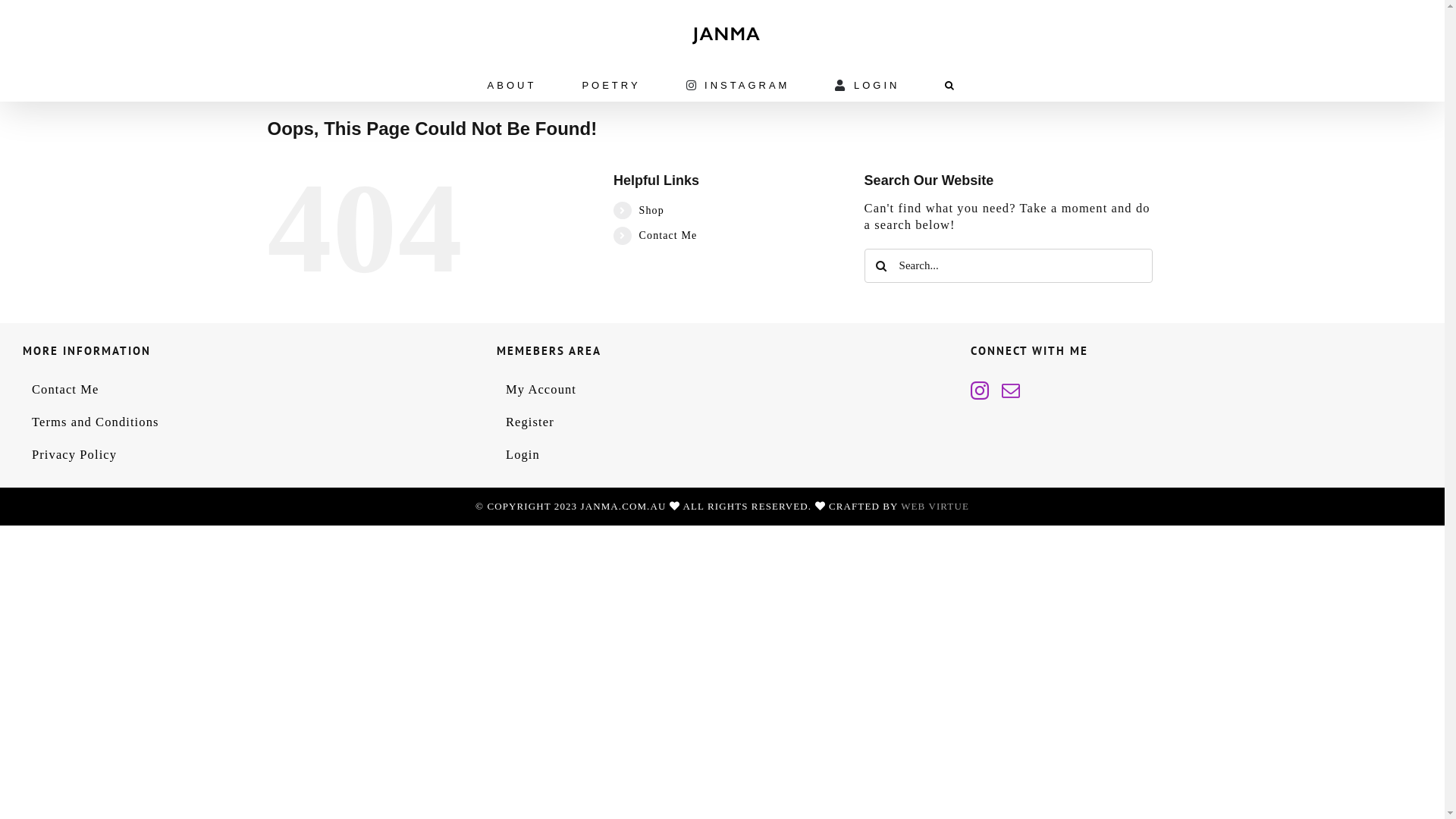 This screenshot has width=1456, height=819. I want to click on 'POETRY', so click(558, 84).